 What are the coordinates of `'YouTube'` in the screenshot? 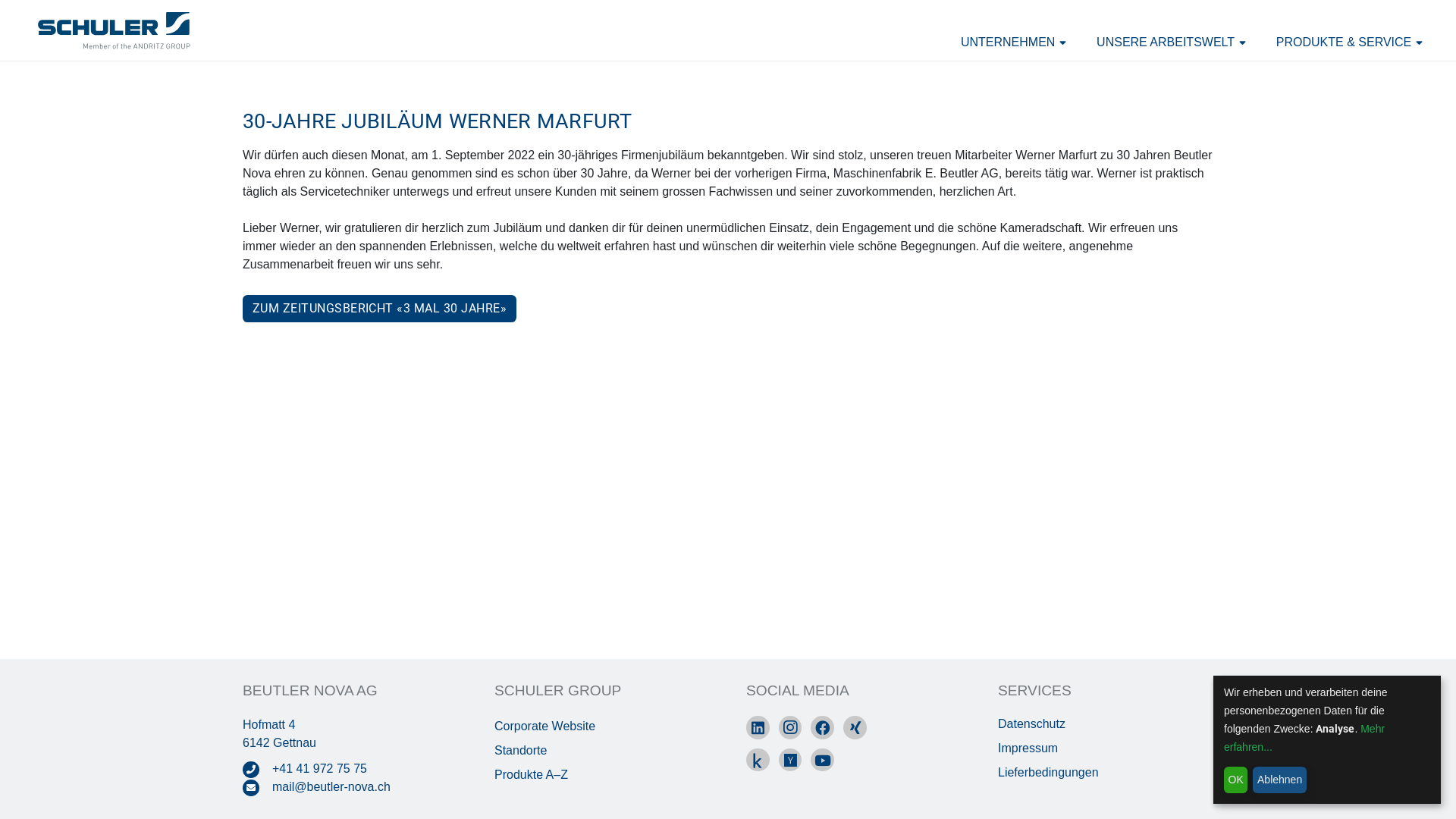 It's located at (810, 760).